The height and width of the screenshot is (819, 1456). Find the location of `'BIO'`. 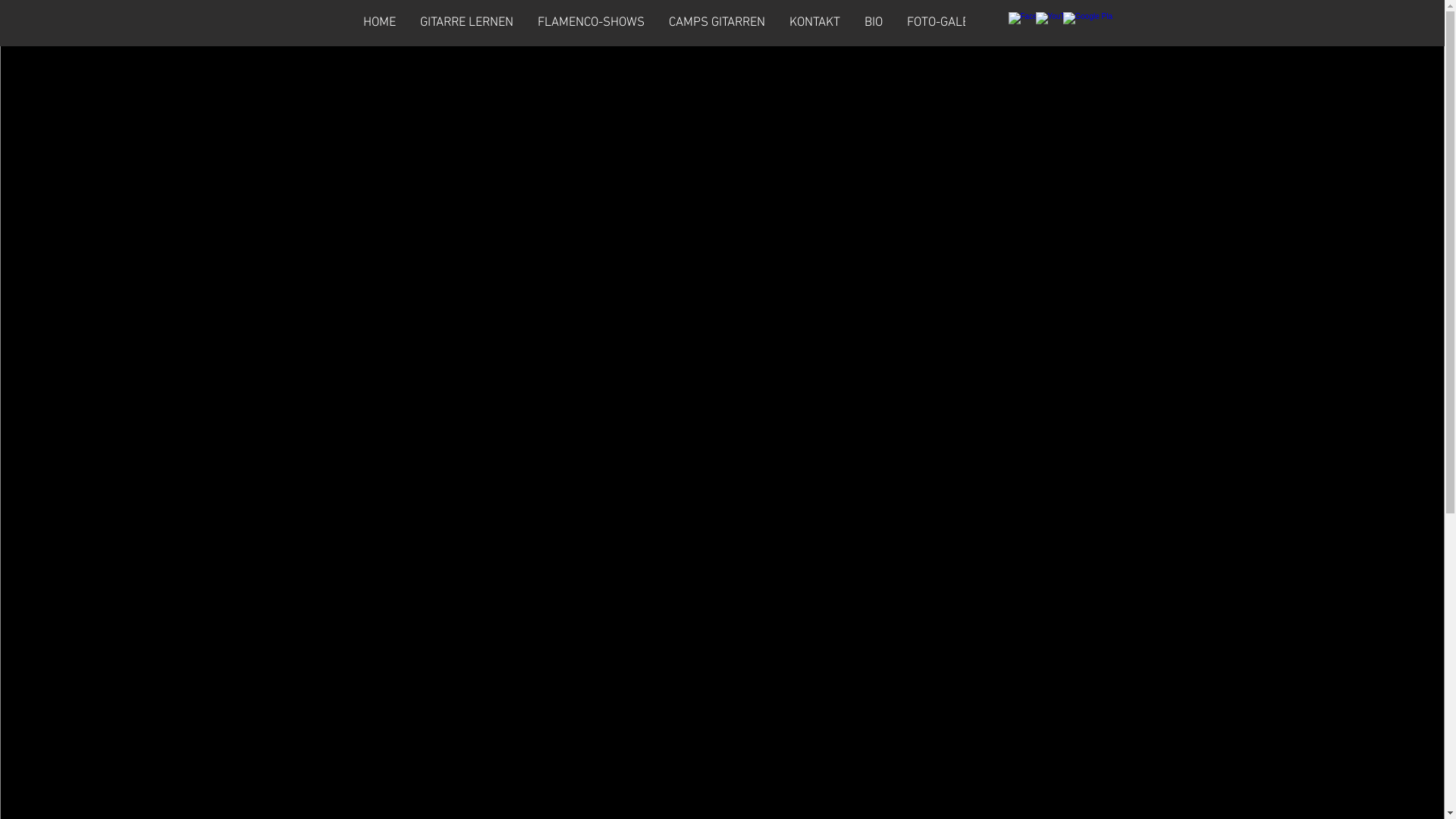

'BIO' is located at coordinates (874, 24).